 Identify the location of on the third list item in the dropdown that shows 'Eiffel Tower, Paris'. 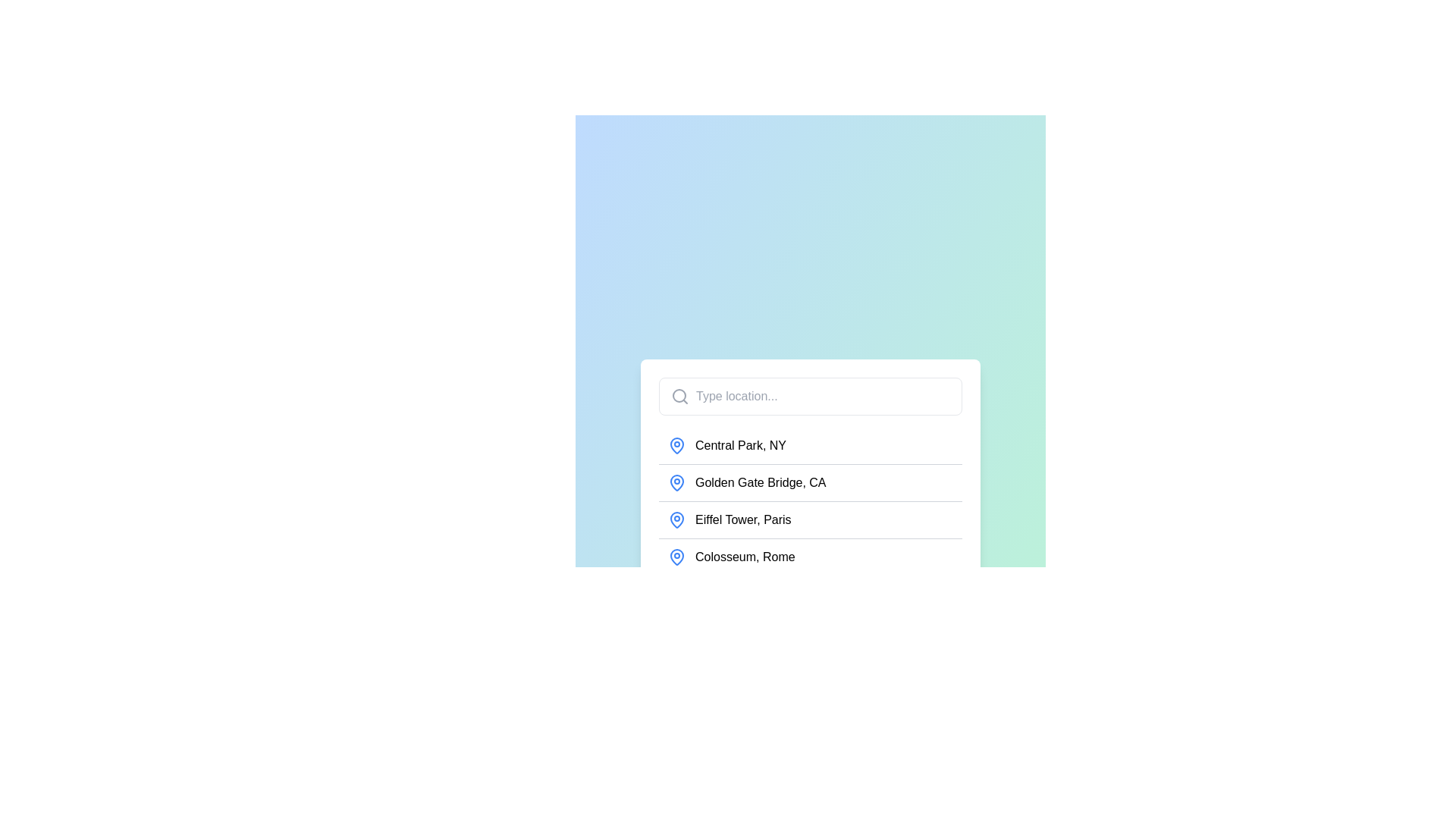
(810, 519).